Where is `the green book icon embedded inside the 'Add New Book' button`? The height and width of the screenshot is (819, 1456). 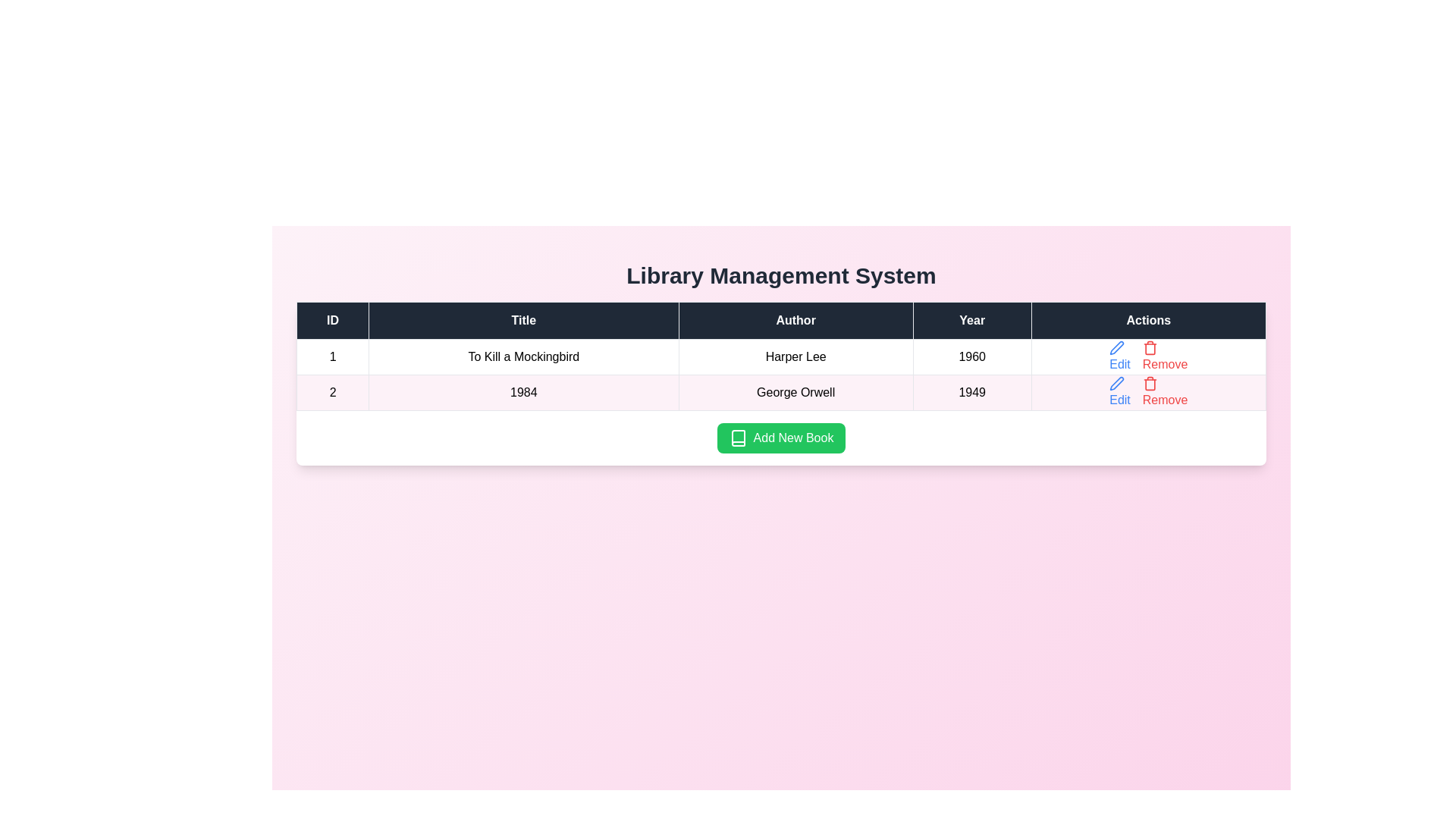 the green book icon embedded inside the 'Add New Book' button is located at coordinates (738, 438).